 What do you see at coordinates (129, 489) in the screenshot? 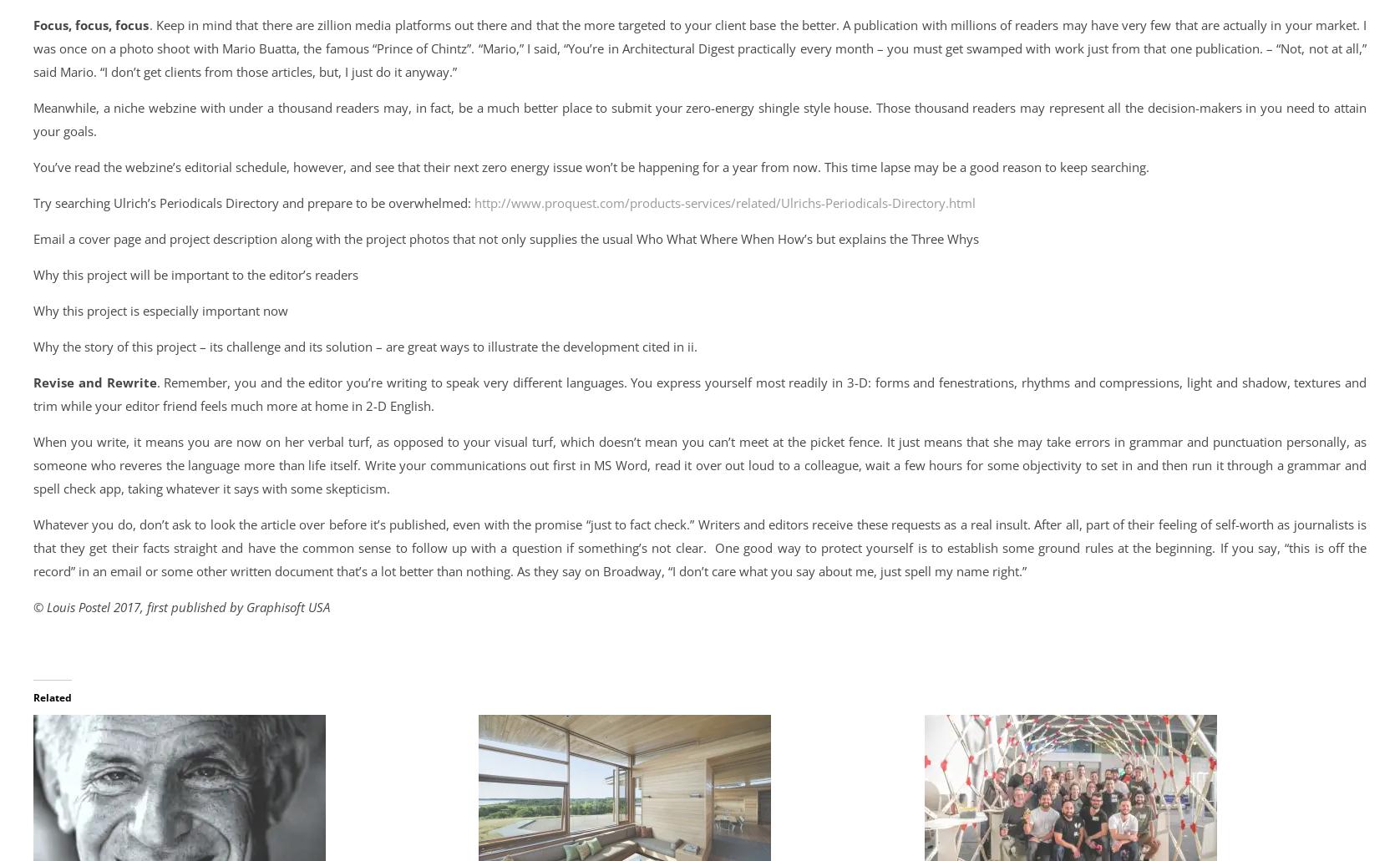
I see `'faq'` at bounding box center [129, 489].